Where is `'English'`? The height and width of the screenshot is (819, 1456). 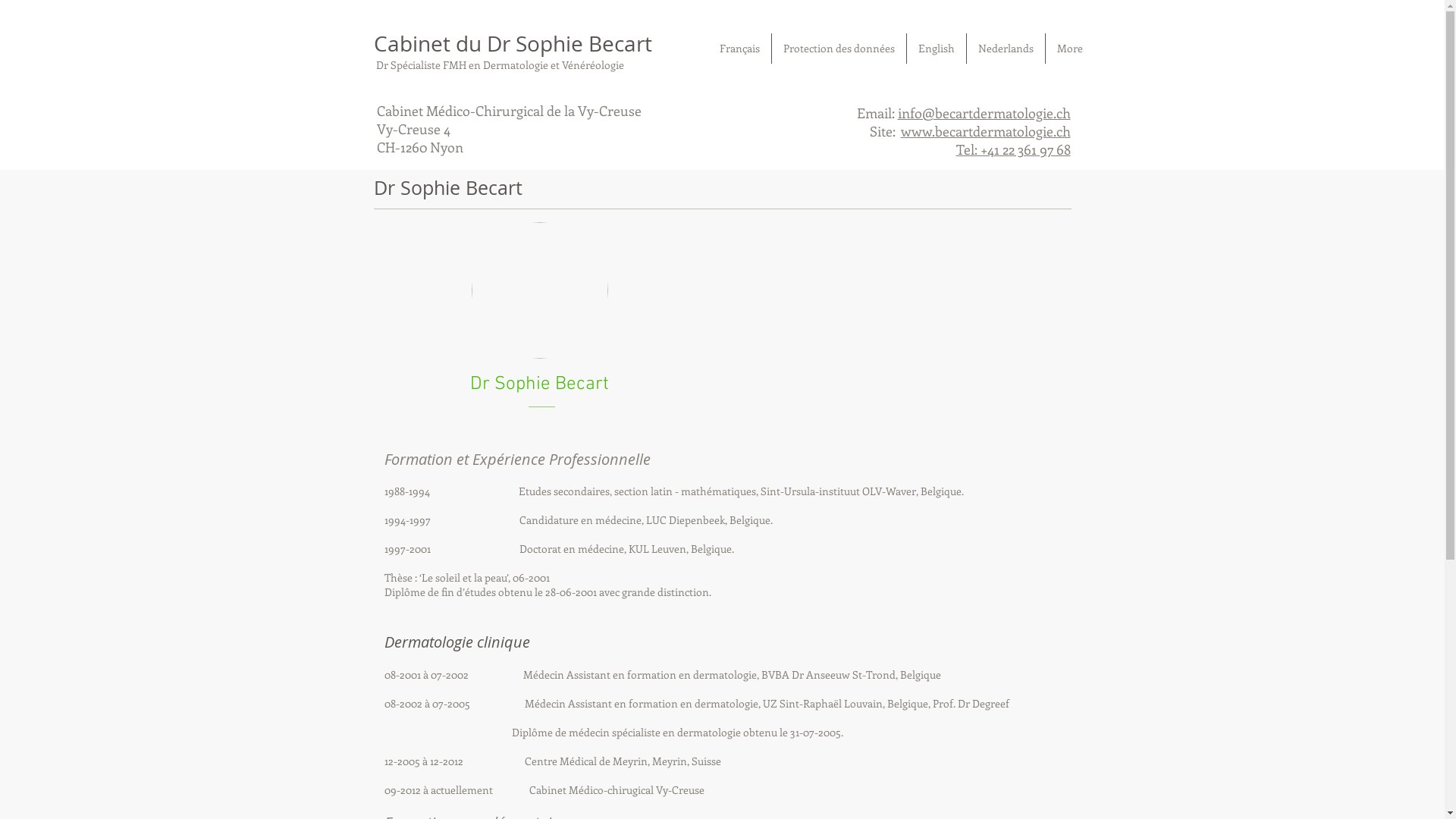
'English' is located at coordinates (906, 48).